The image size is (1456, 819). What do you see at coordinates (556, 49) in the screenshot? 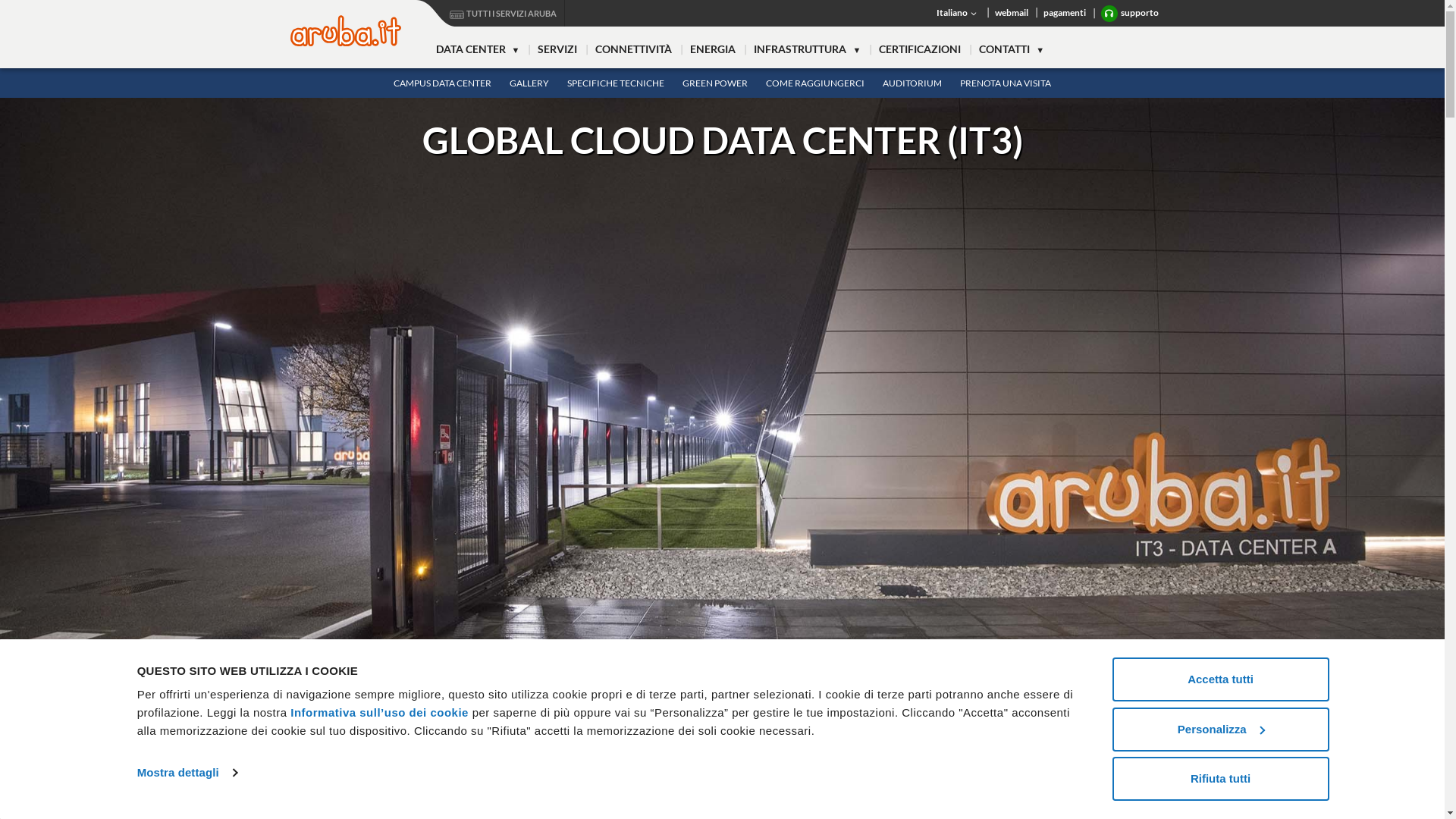
I see `'SERVIZI'` at bounding box center [556, 49].